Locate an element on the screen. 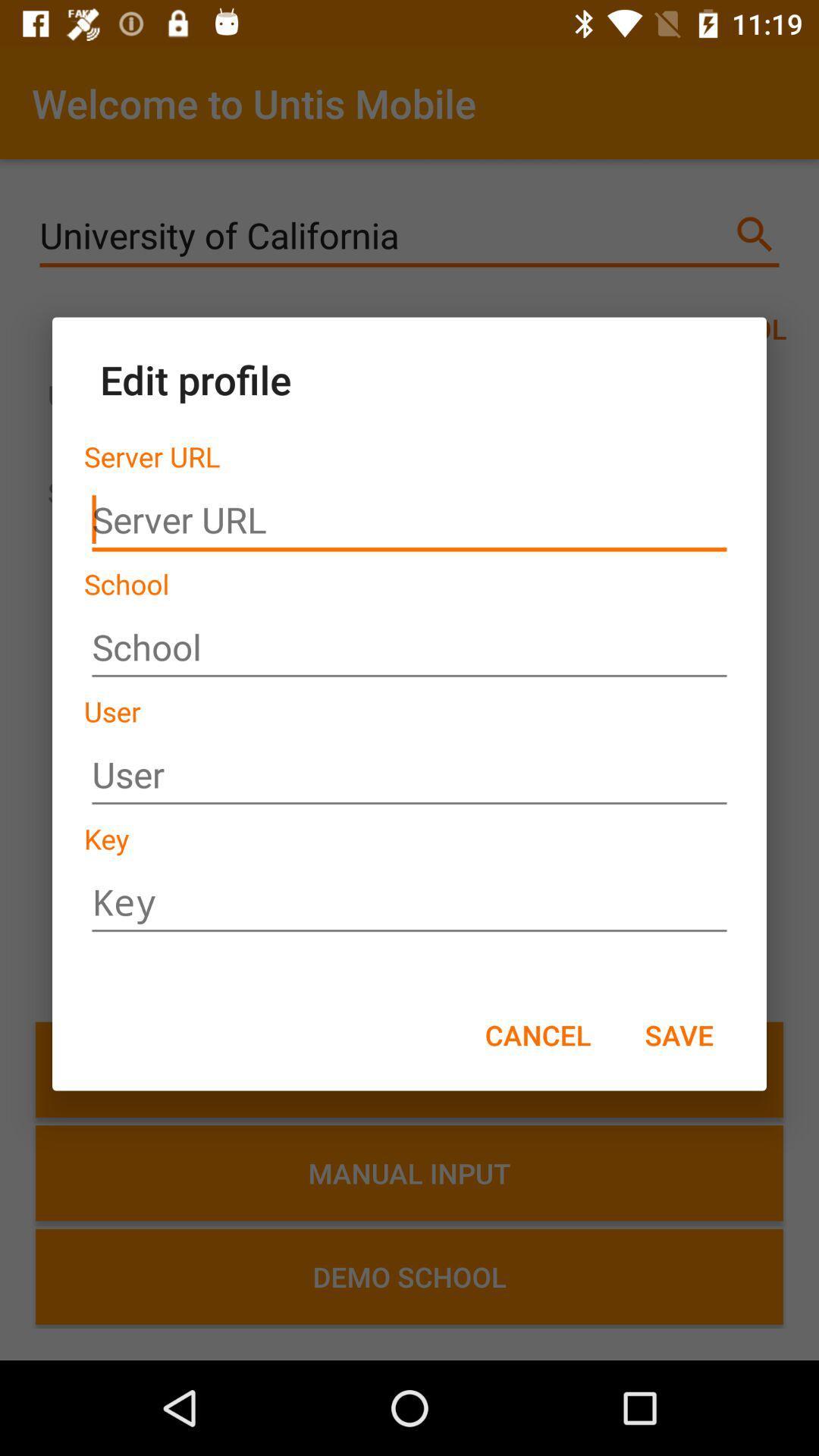 The width and height of the screenshot is (819, 1456). cancel is located at coordinates (537, 1034).